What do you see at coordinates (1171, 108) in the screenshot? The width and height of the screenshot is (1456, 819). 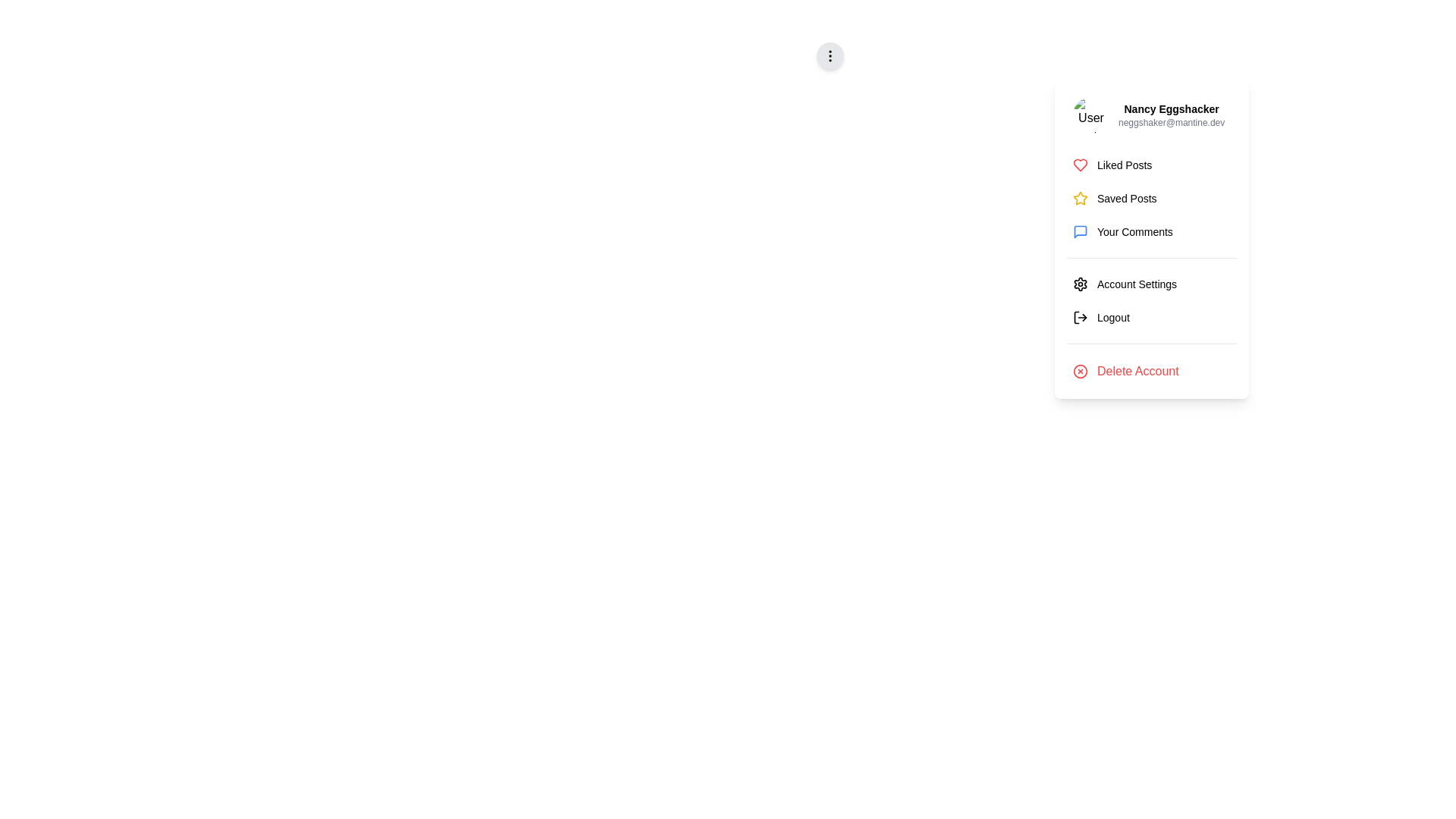 I see `displayed user's name from the text label located in the upper portion of the profile section` at bounding box center [1171, 108].